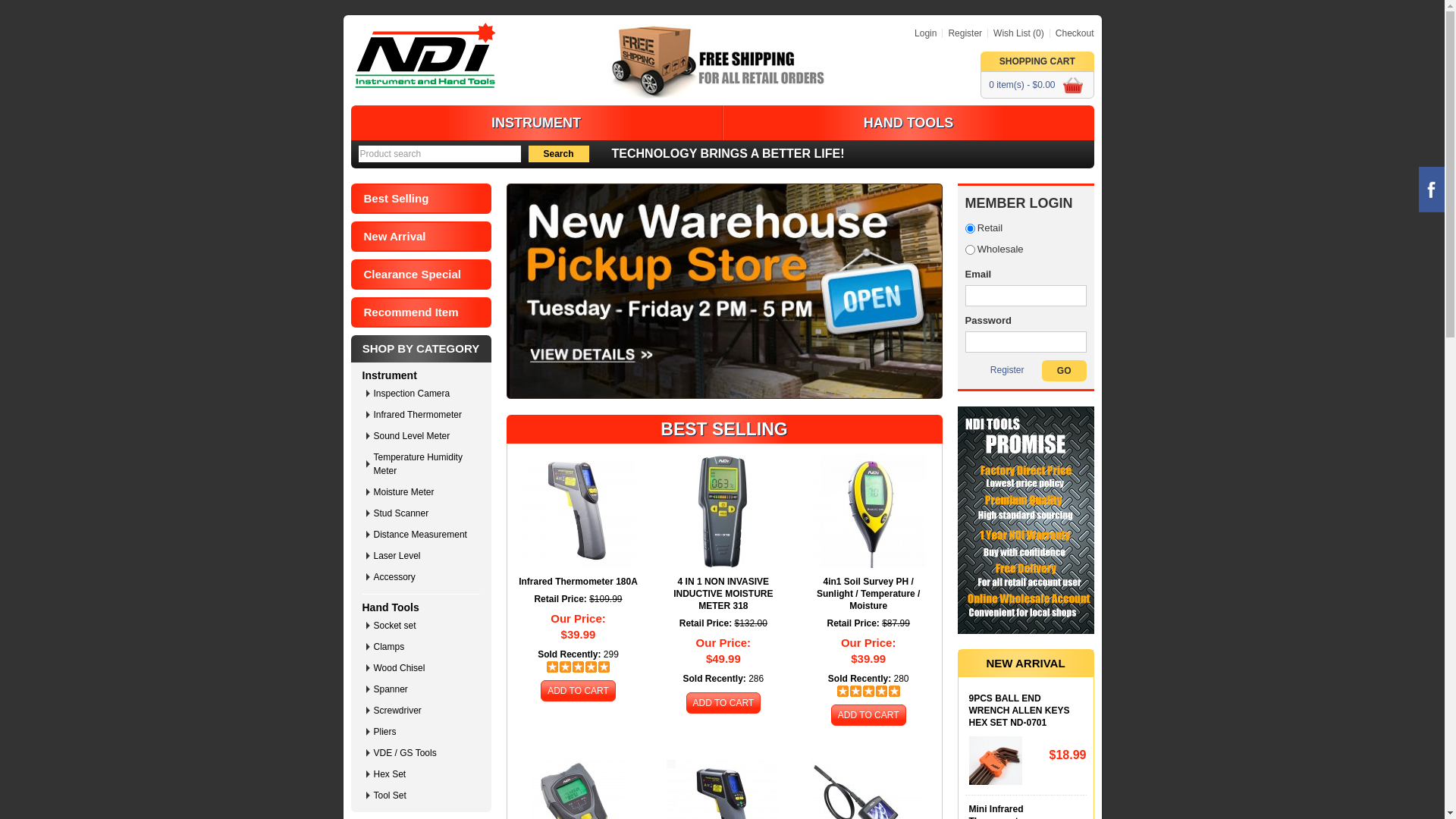 The height and width of the screenshot is (819, 1456). I want to click on 'Temperature Humidity Meter', so click(424, 463).